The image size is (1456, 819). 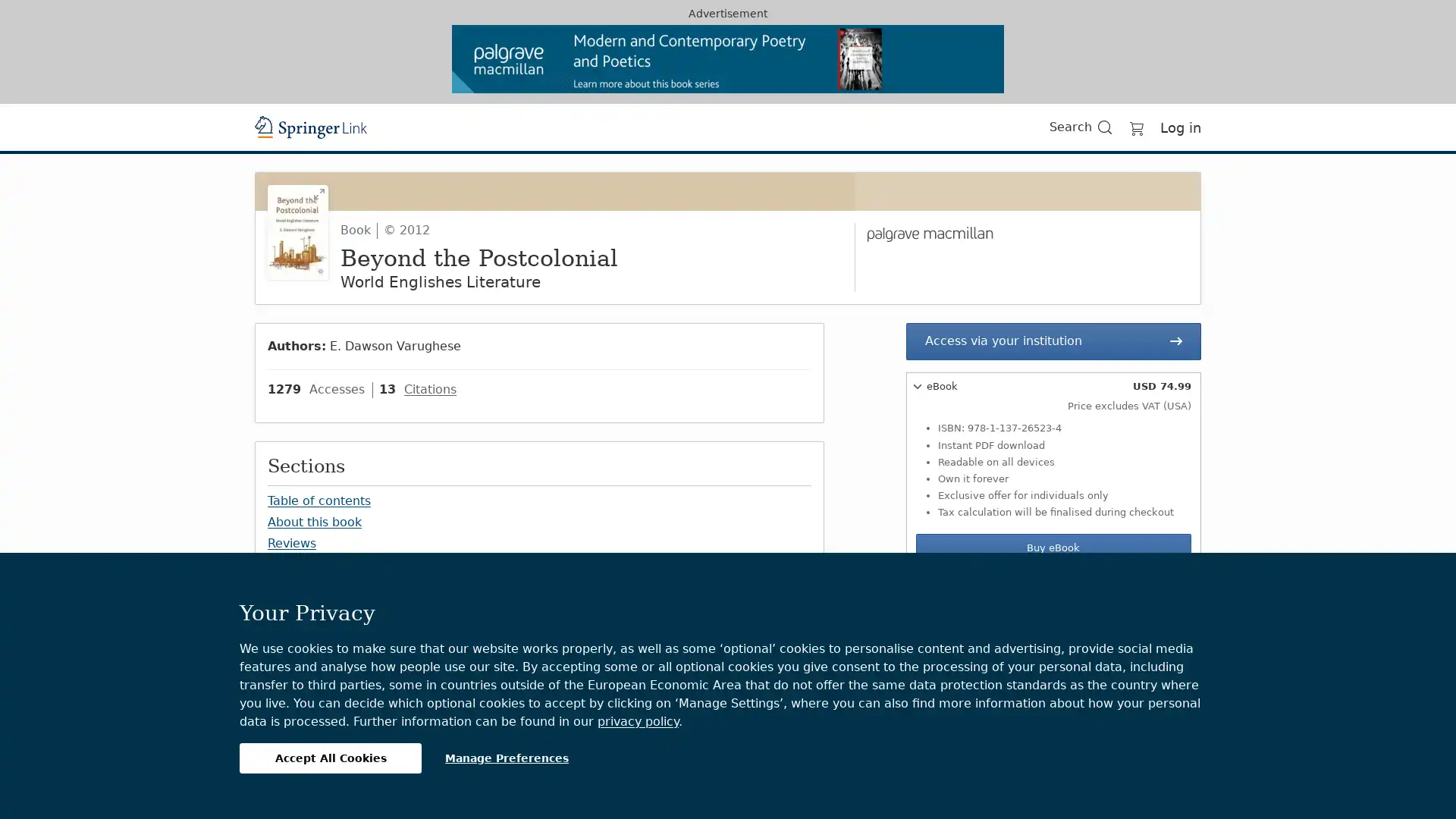 What do you see at coordinates (792, 769) in the screenshot?
I see `Search` at bounding box center [792, 769].